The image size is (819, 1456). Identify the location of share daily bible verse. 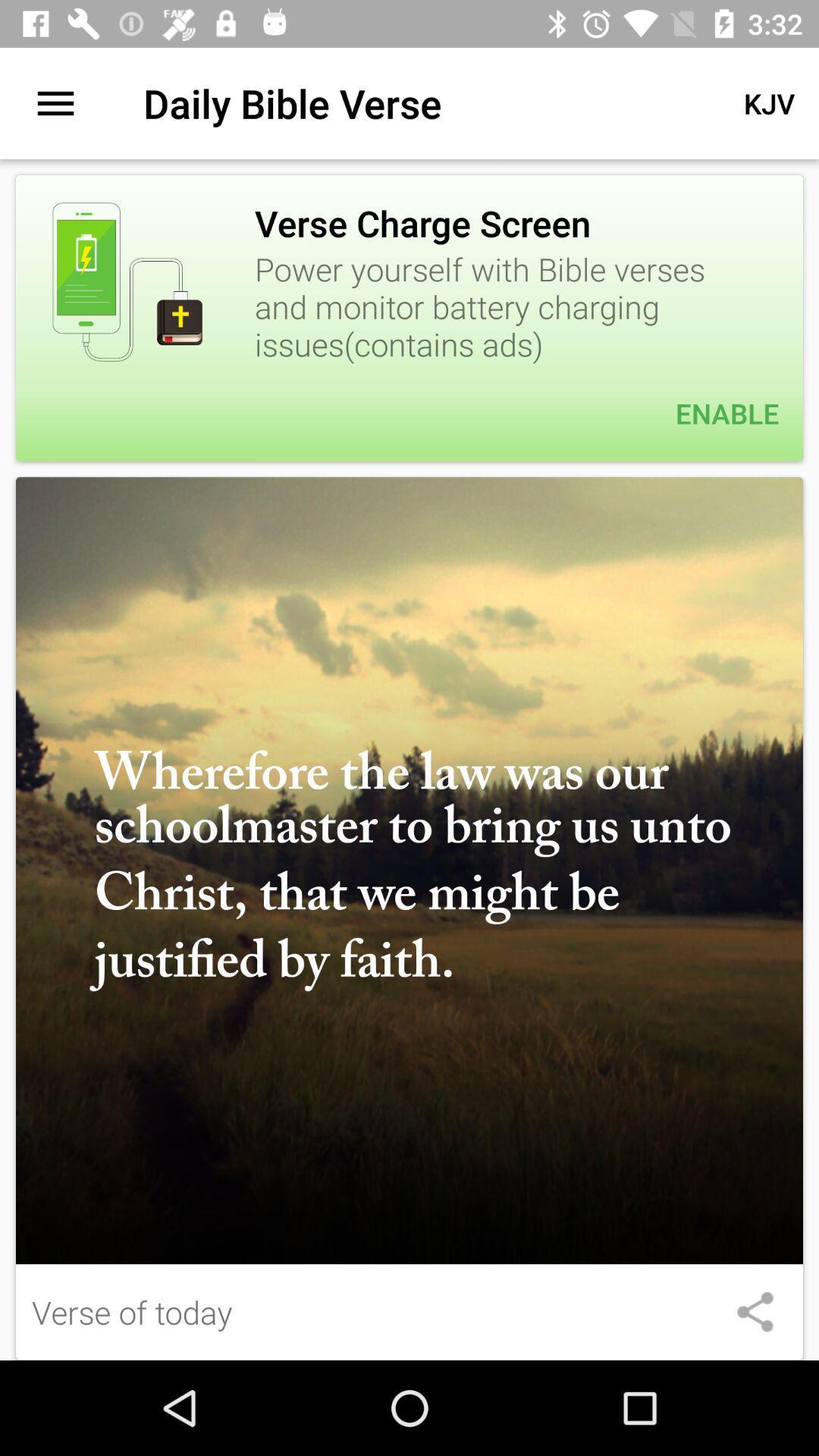
(755, 1311).